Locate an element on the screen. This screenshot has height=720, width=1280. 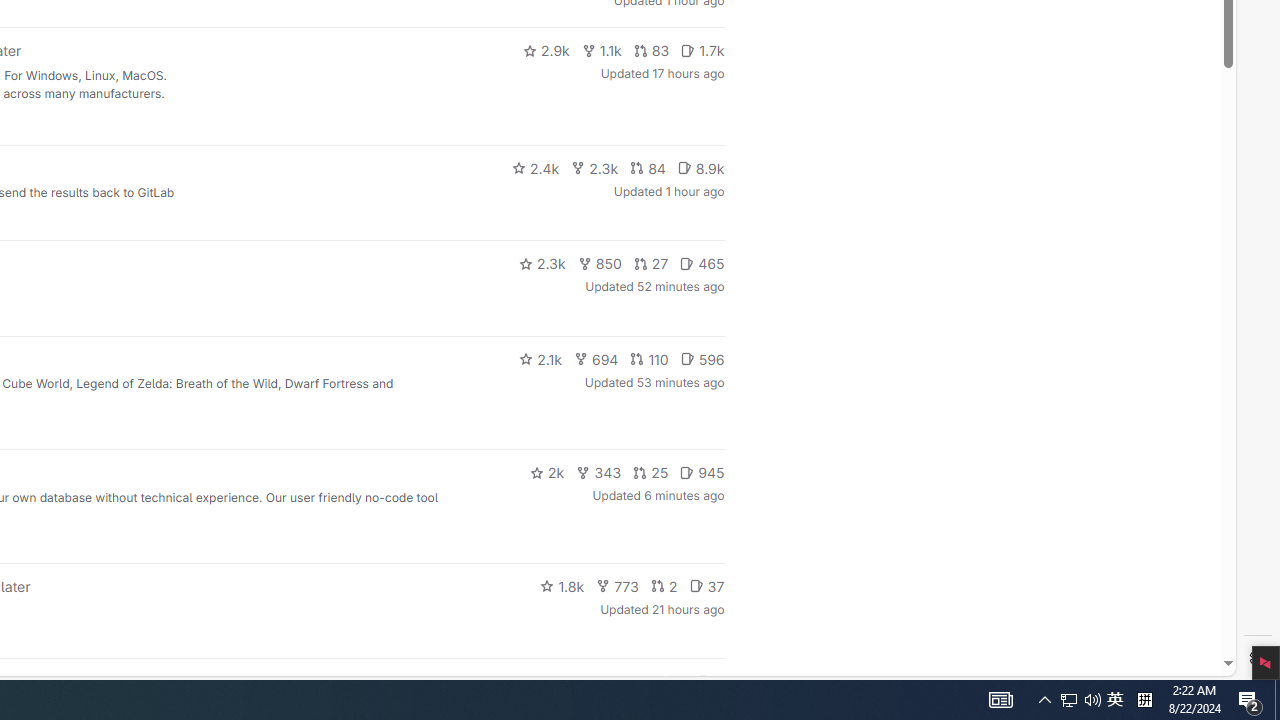
'850' is located at coordinates (598, 262).